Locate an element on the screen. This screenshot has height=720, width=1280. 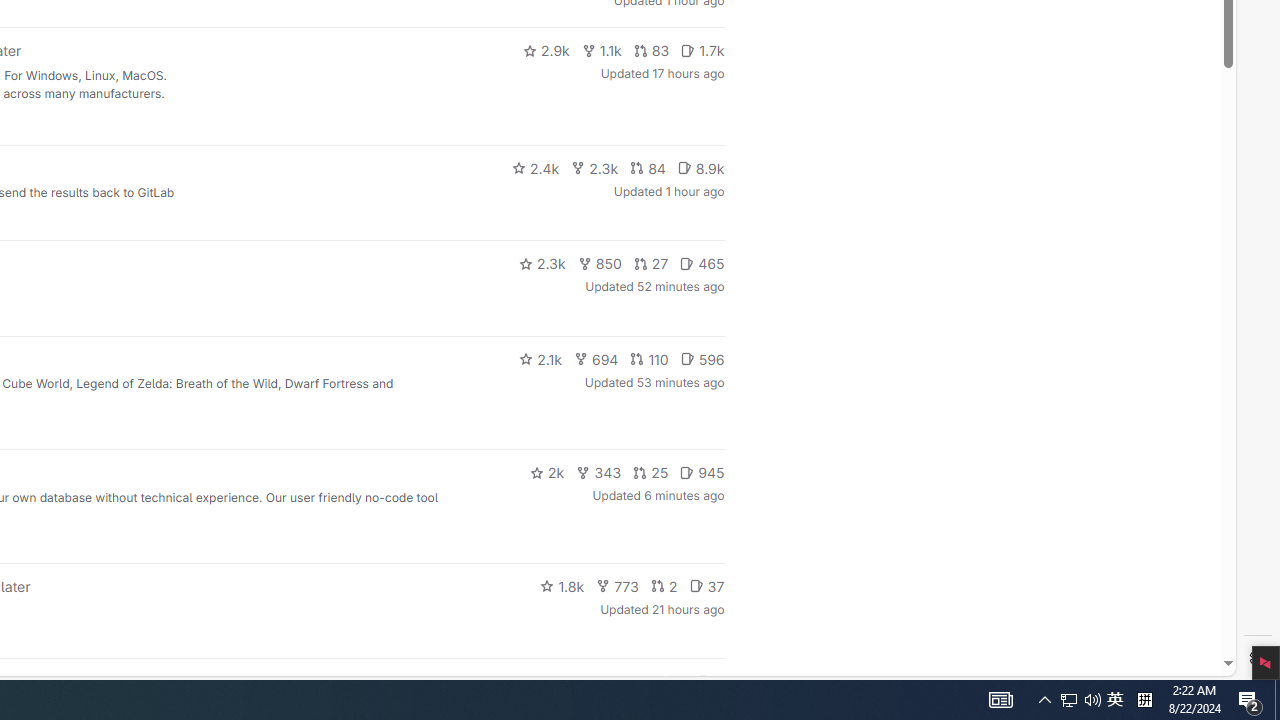
'850' is located at coordinates (598, 262).